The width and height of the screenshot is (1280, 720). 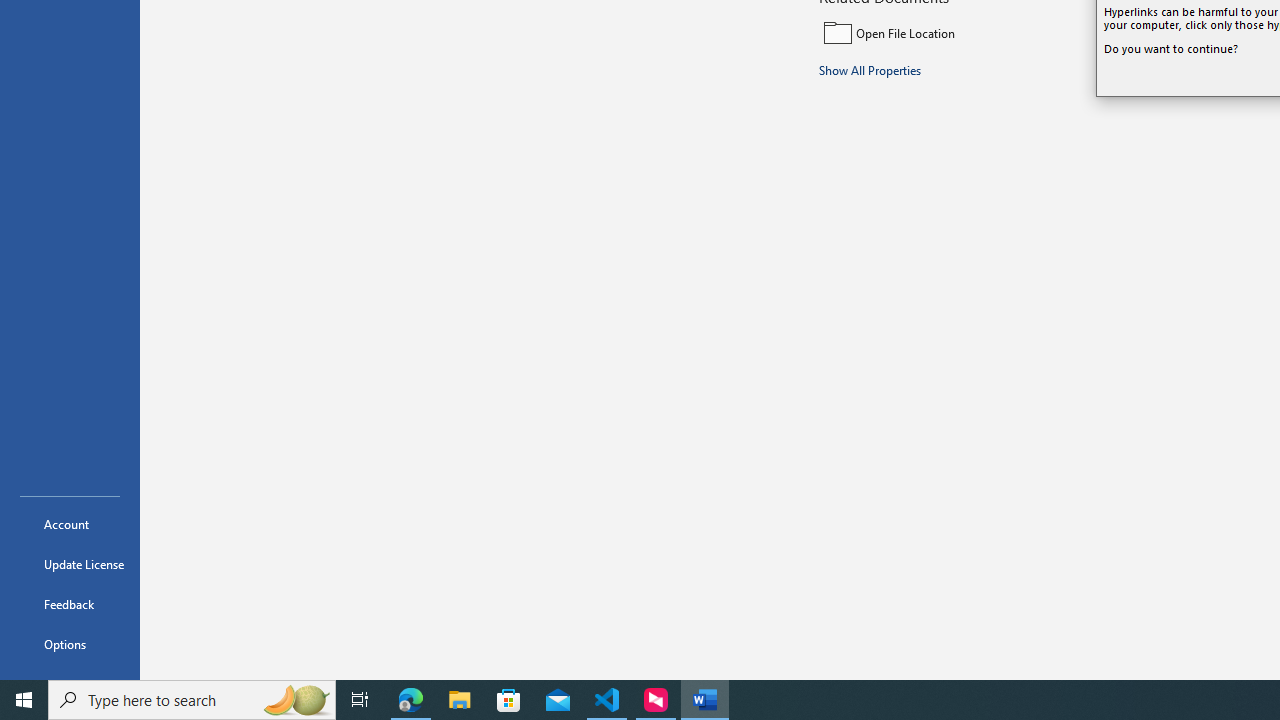 What do you see at coordinates (606, 698) in the screenshot?
I see `'Visual Studio Code - 1 running window'` at bounding box center [606, 698].